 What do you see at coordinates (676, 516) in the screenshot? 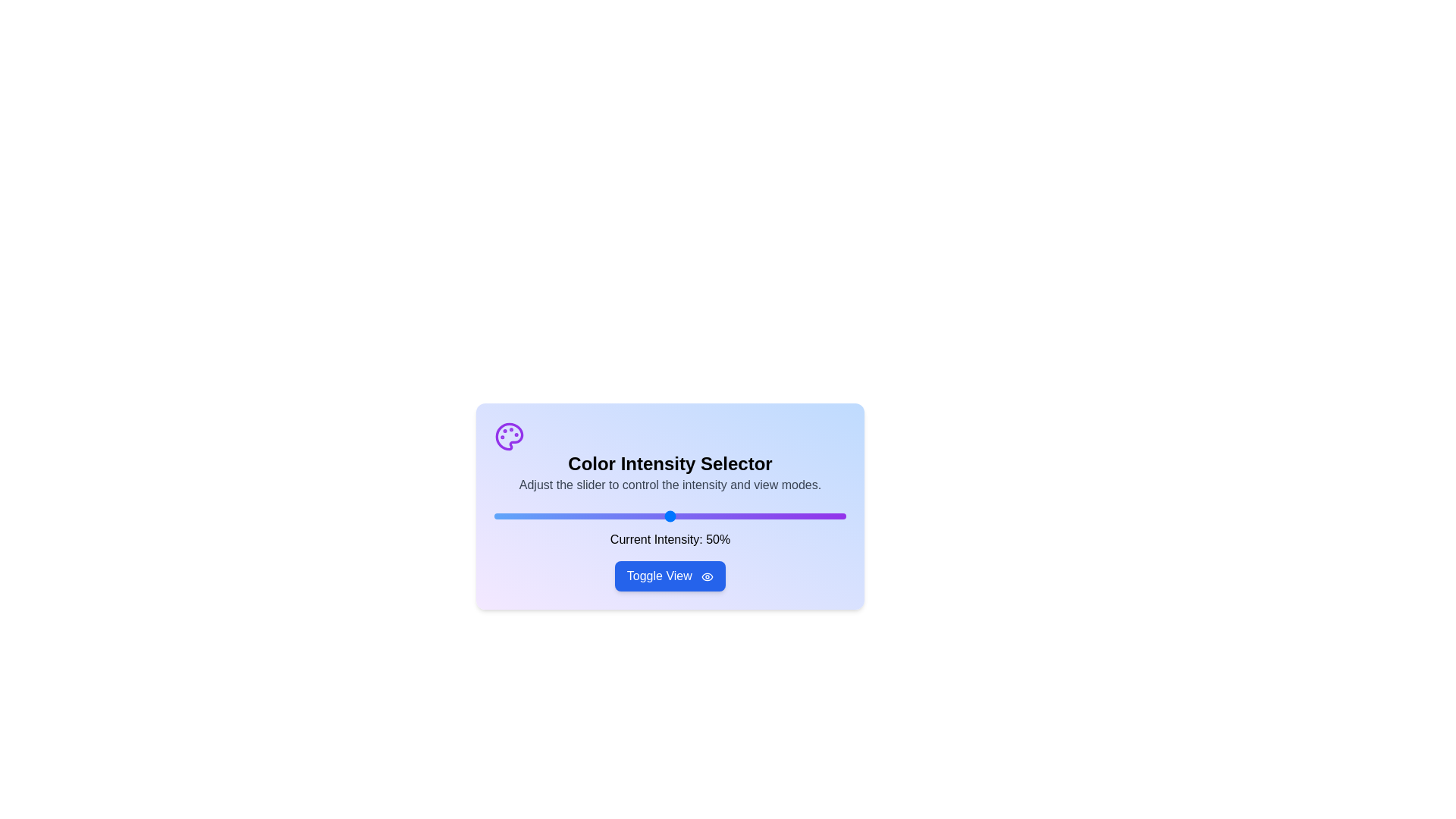
I see `the slider to set the intensity to 52%` at bounding box center [676, 516].